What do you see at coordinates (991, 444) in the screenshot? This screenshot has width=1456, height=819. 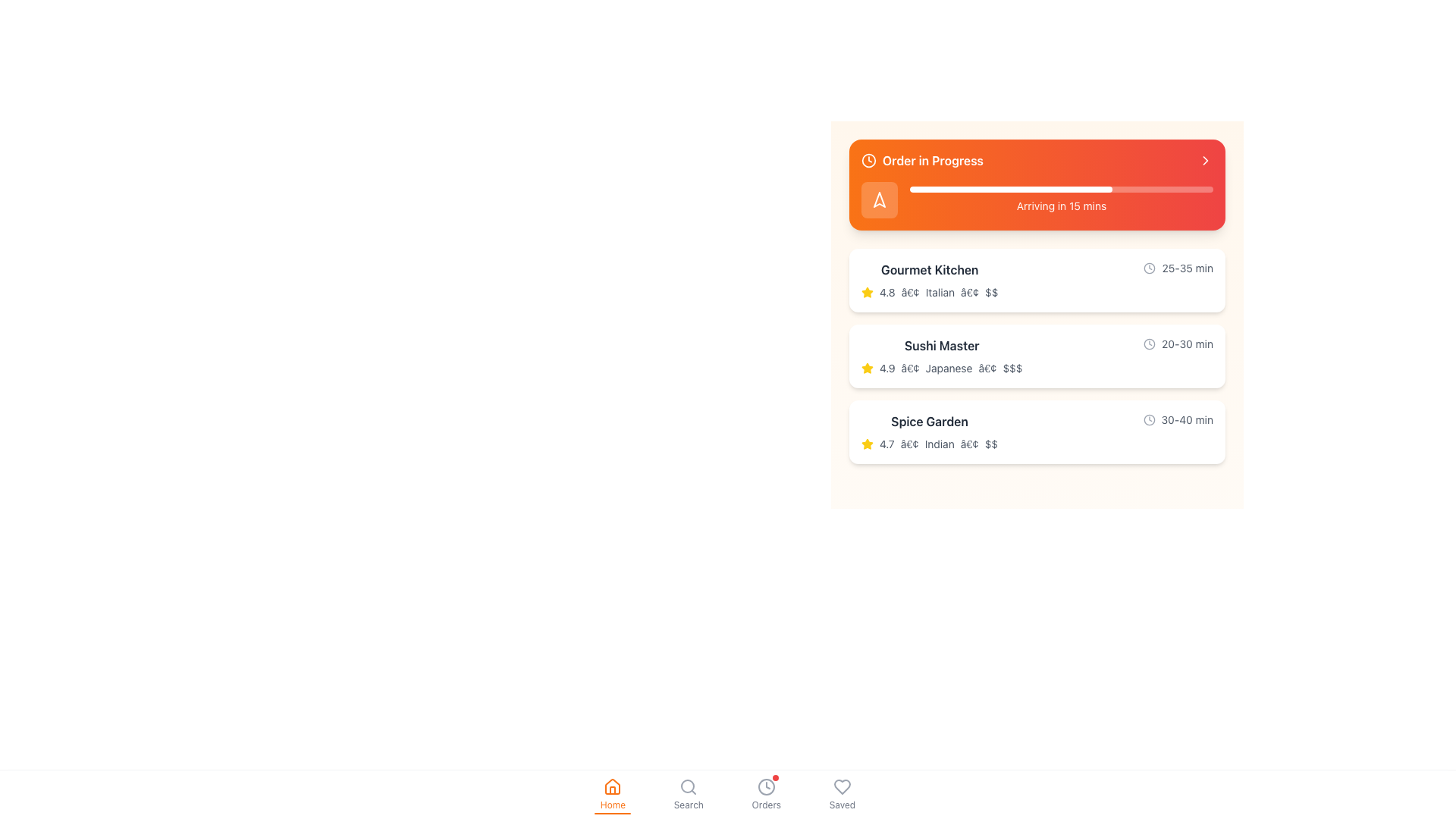 I see `the text label indicating the price range or cost level associated with the third listed restaurant entry, which shows '$$' after the category 'Indian'` at bounding box center [991, 444].